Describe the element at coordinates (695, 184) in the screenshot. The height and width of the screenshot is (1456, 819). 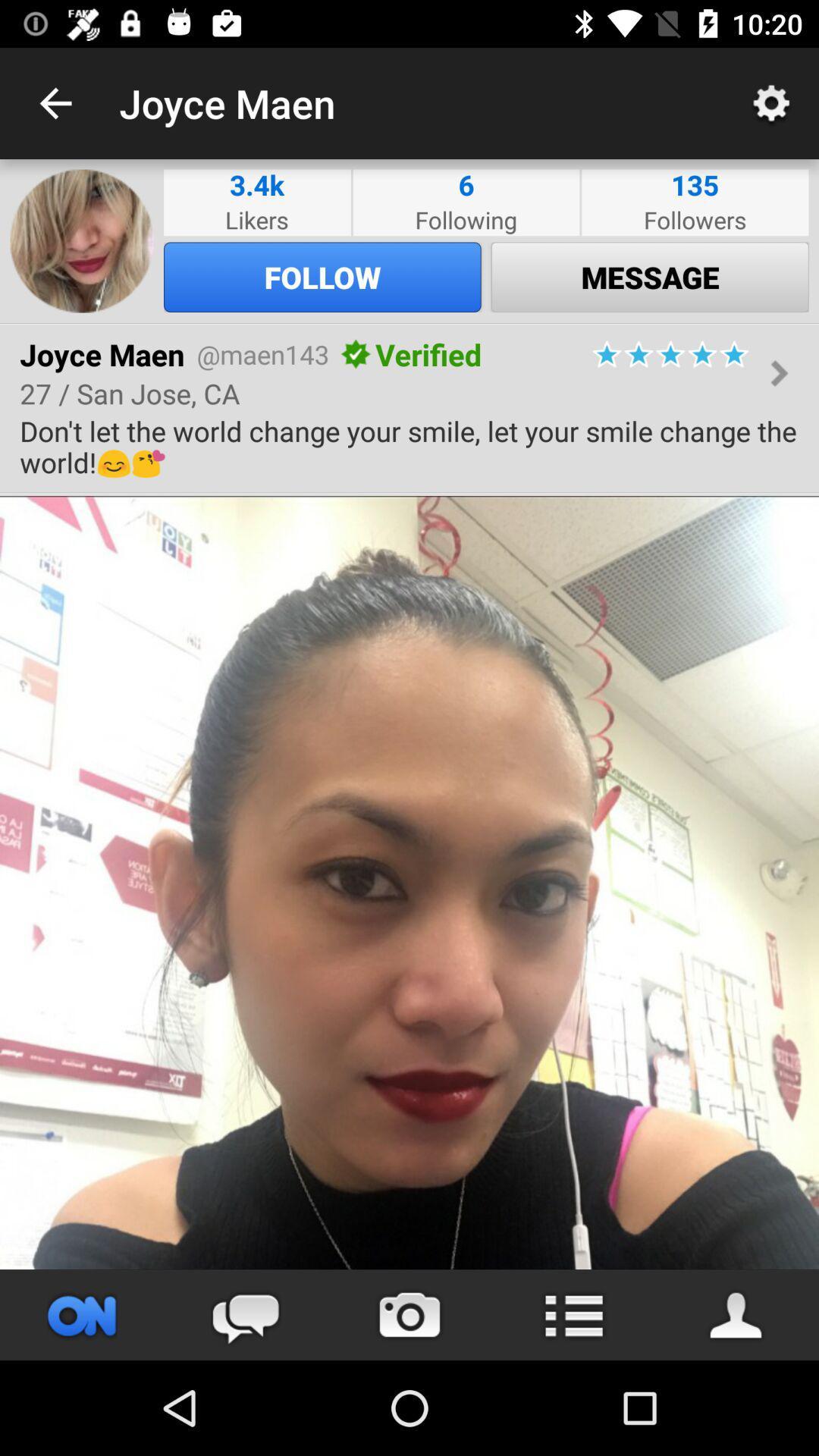
I see `135 icon` at that location.